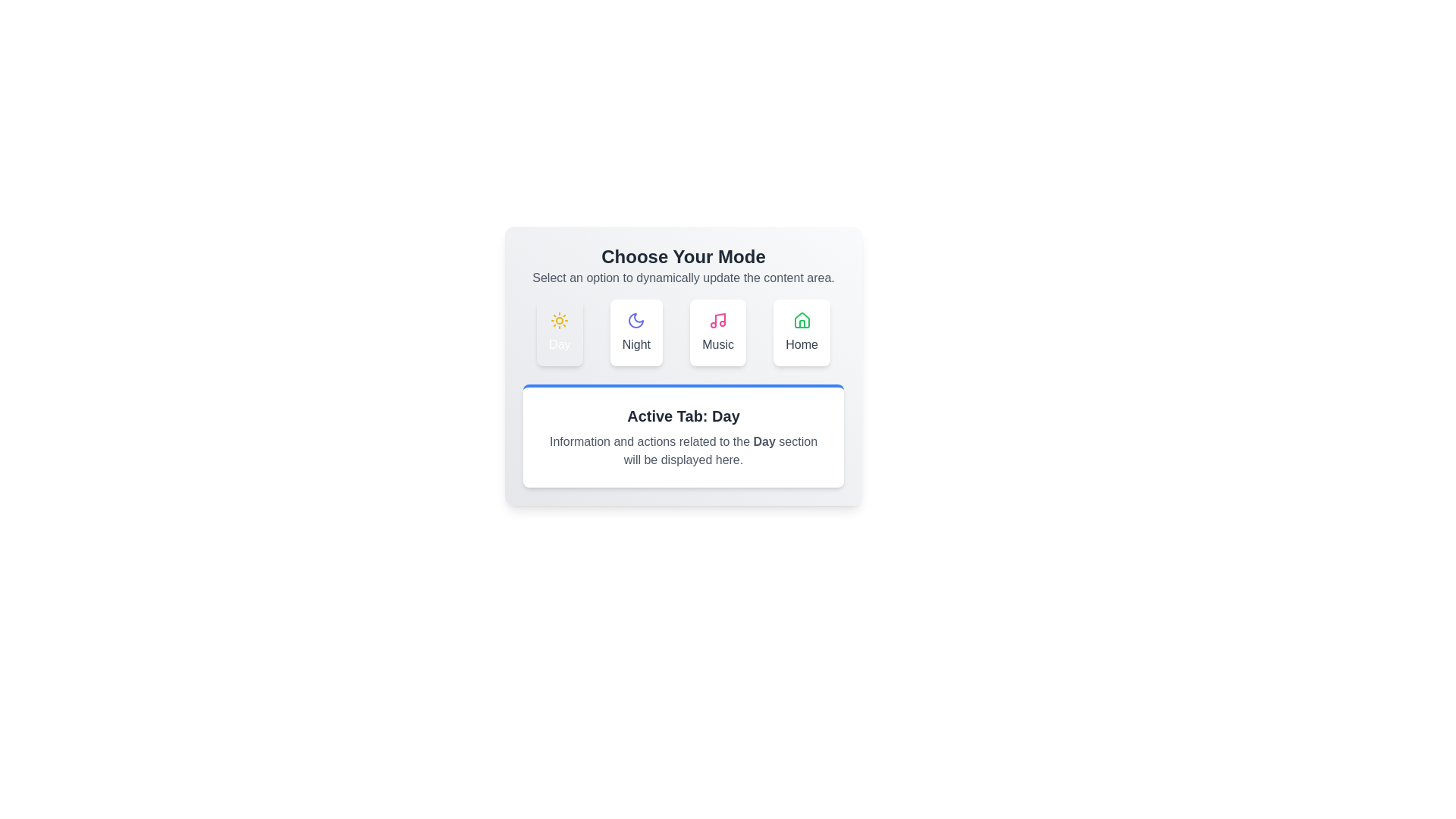  Describe the element at coordinates (801, 332) in the screenshot. I see `the 'Home' button, which features a green house outline icon and the text 'Home' below it` at that location.